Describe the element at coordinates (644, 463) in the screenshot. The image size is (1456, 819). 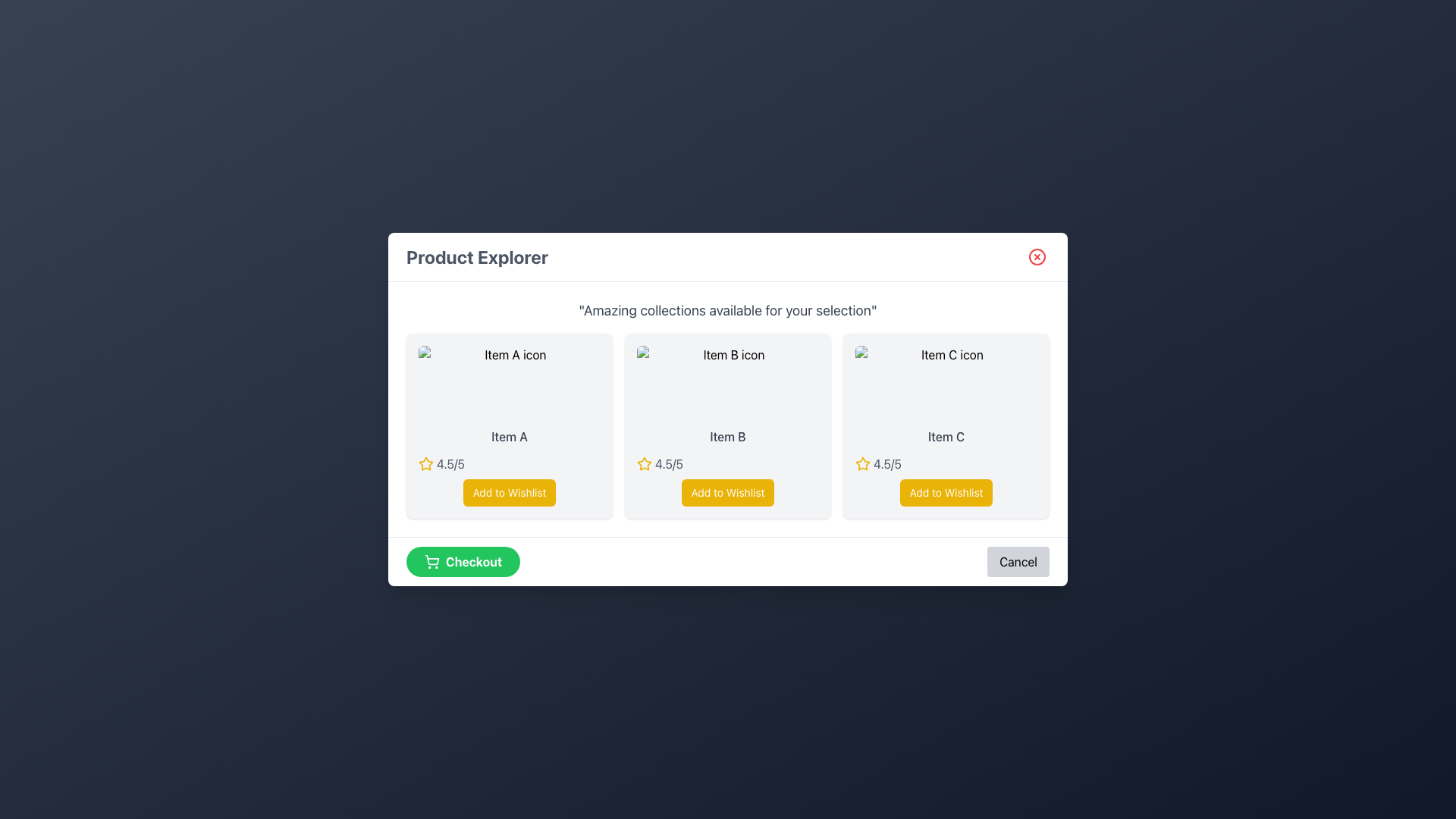
I see `the star icon representing the rating score '4.5/5' for 'Item B' in the center card of the 'Product Explorer' dialog box` at that location.